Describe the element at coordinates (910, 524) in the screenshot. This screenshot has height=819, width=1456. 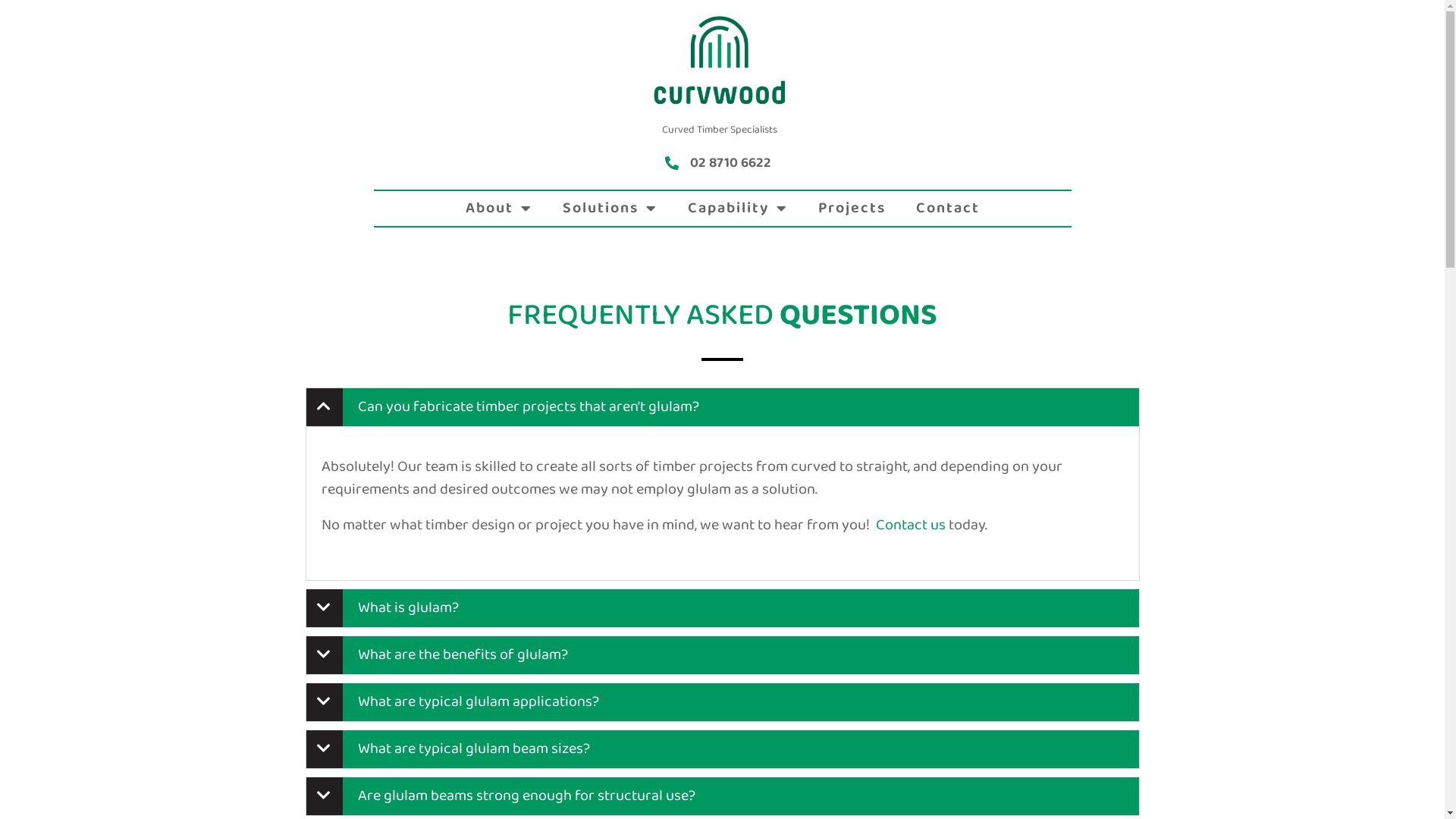
I see `'Contact us'` at that location.